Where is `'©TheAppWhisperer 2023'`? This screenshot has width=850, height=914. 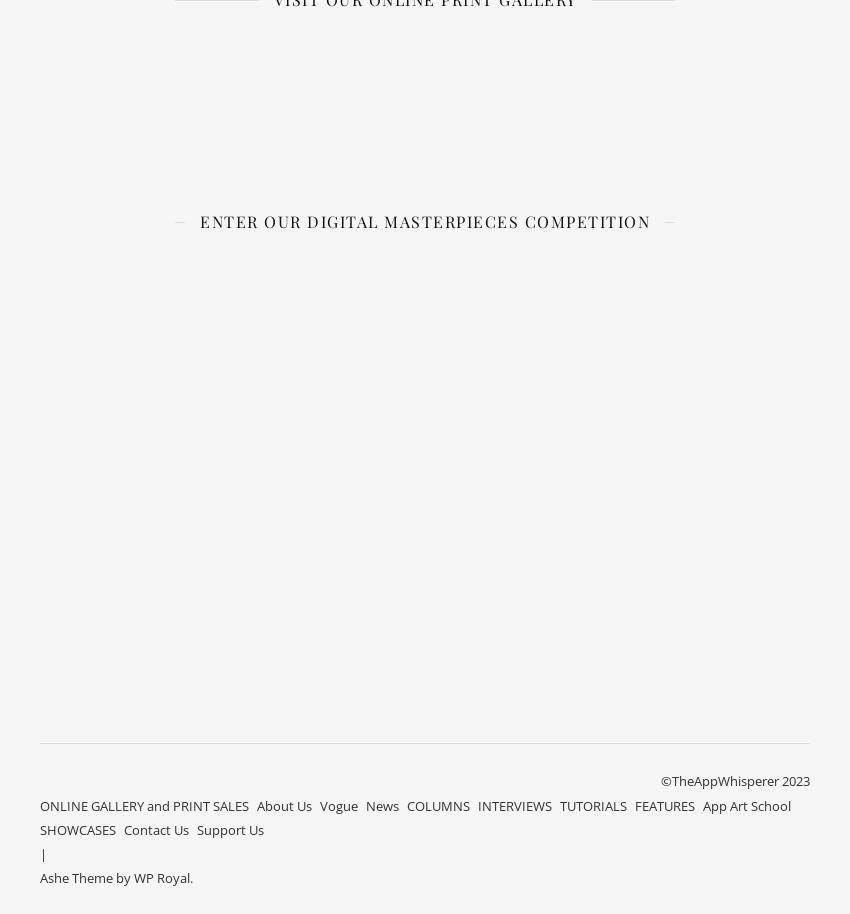 '©TheAppWhisperer 2023' is located at coordinates (660, 779).